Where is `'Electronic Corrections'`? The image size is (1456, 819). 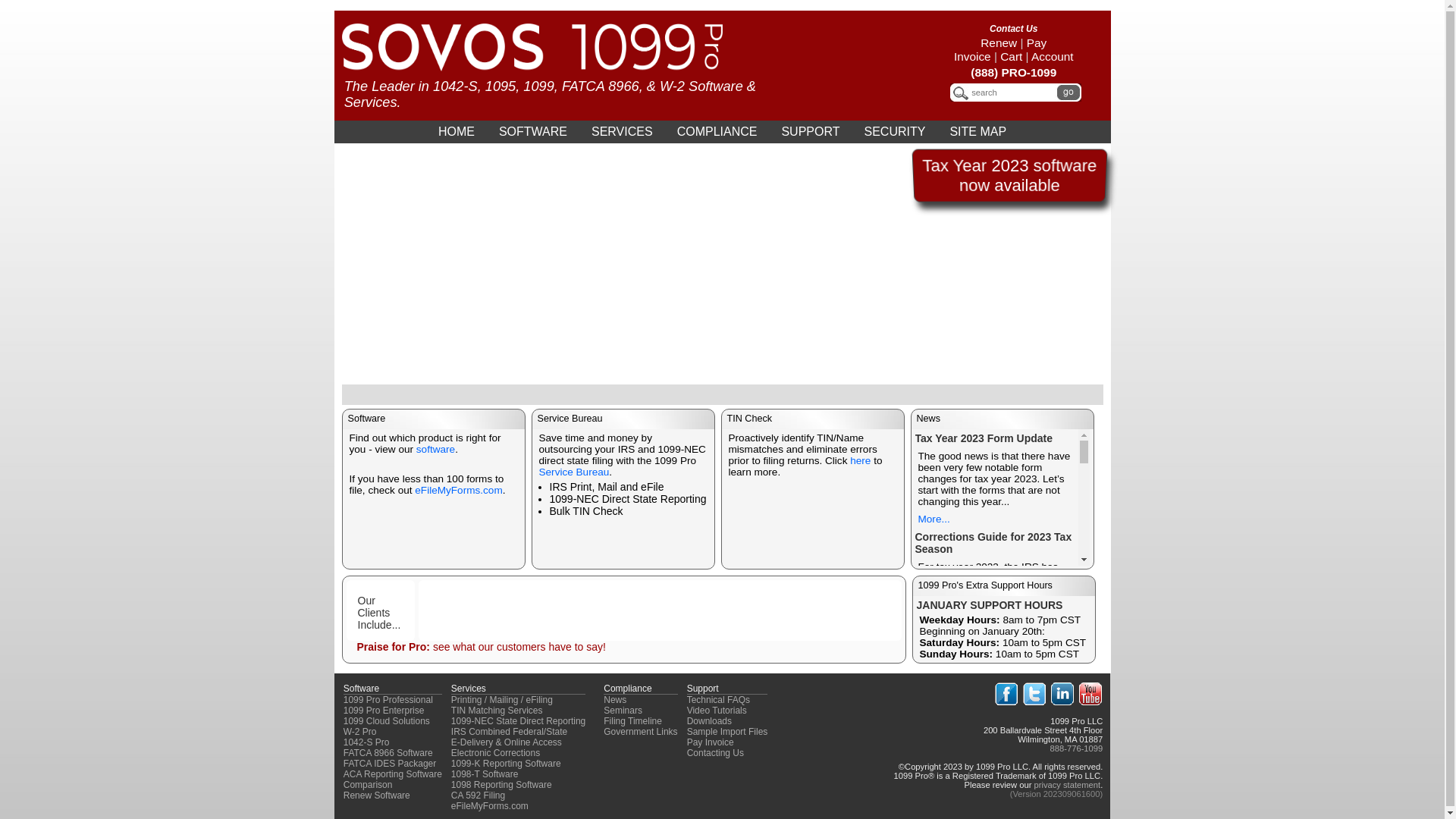 'Electronic Corrections' is located at coordinates (495, 752).